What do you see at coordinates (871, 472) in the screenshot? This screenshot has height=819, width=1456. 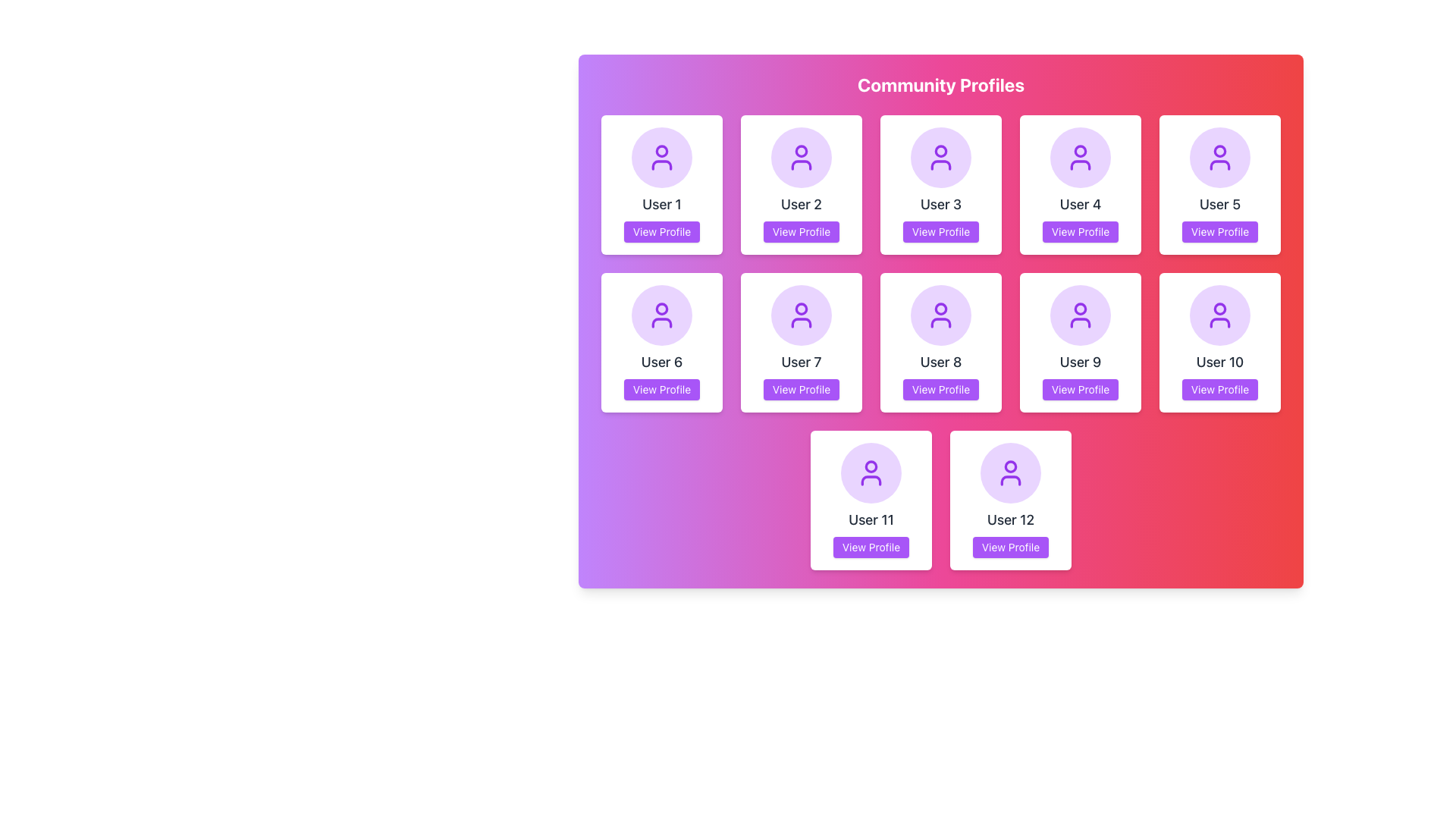 I see `the decorative user icon representing 'User 11' in the profile card located in the third row and first column of the user grid` at bounding box center [871, 472].